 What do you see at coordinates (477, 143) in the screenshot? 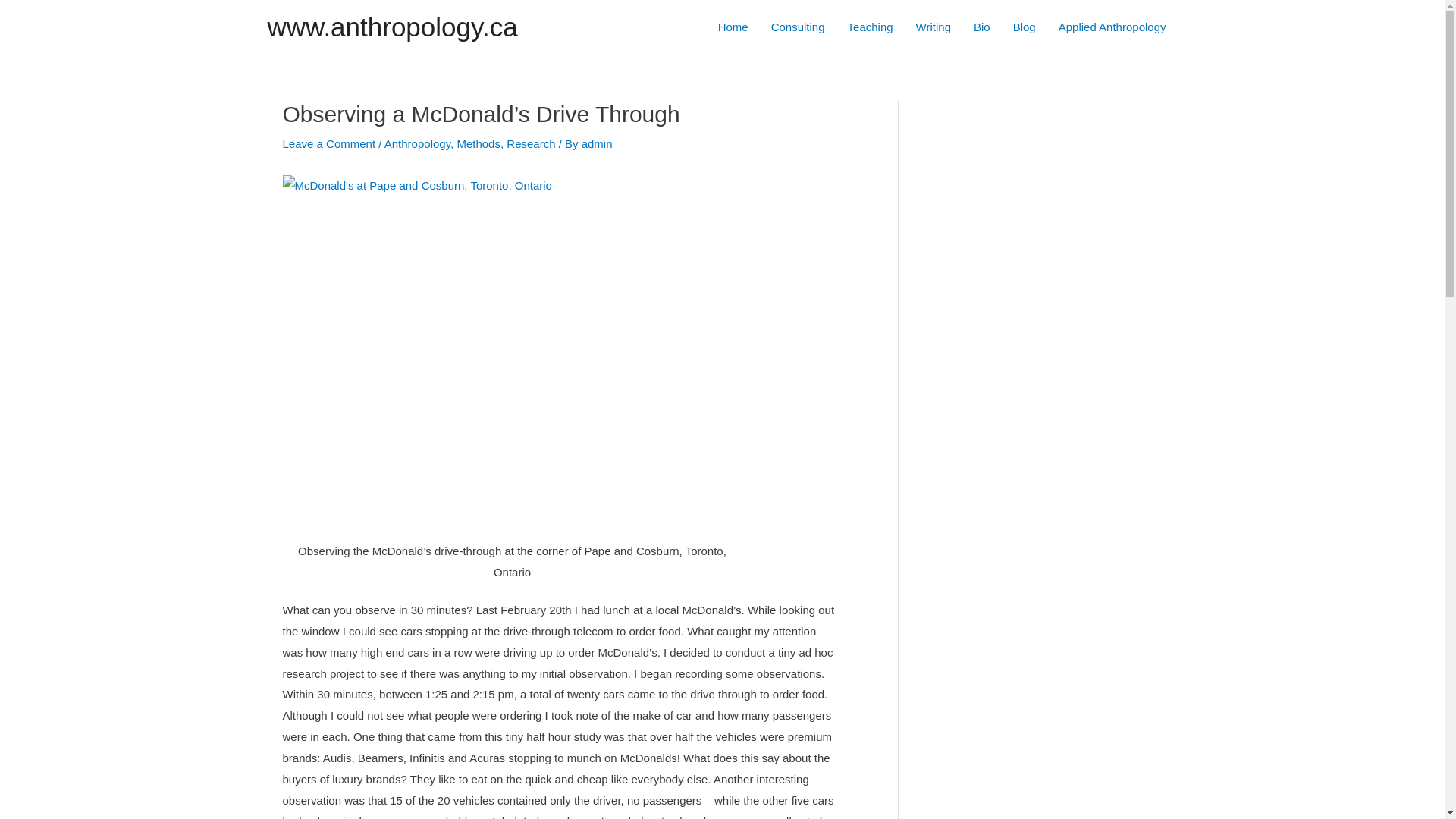
I see `'Methods'` at bounding box center [477, 143].